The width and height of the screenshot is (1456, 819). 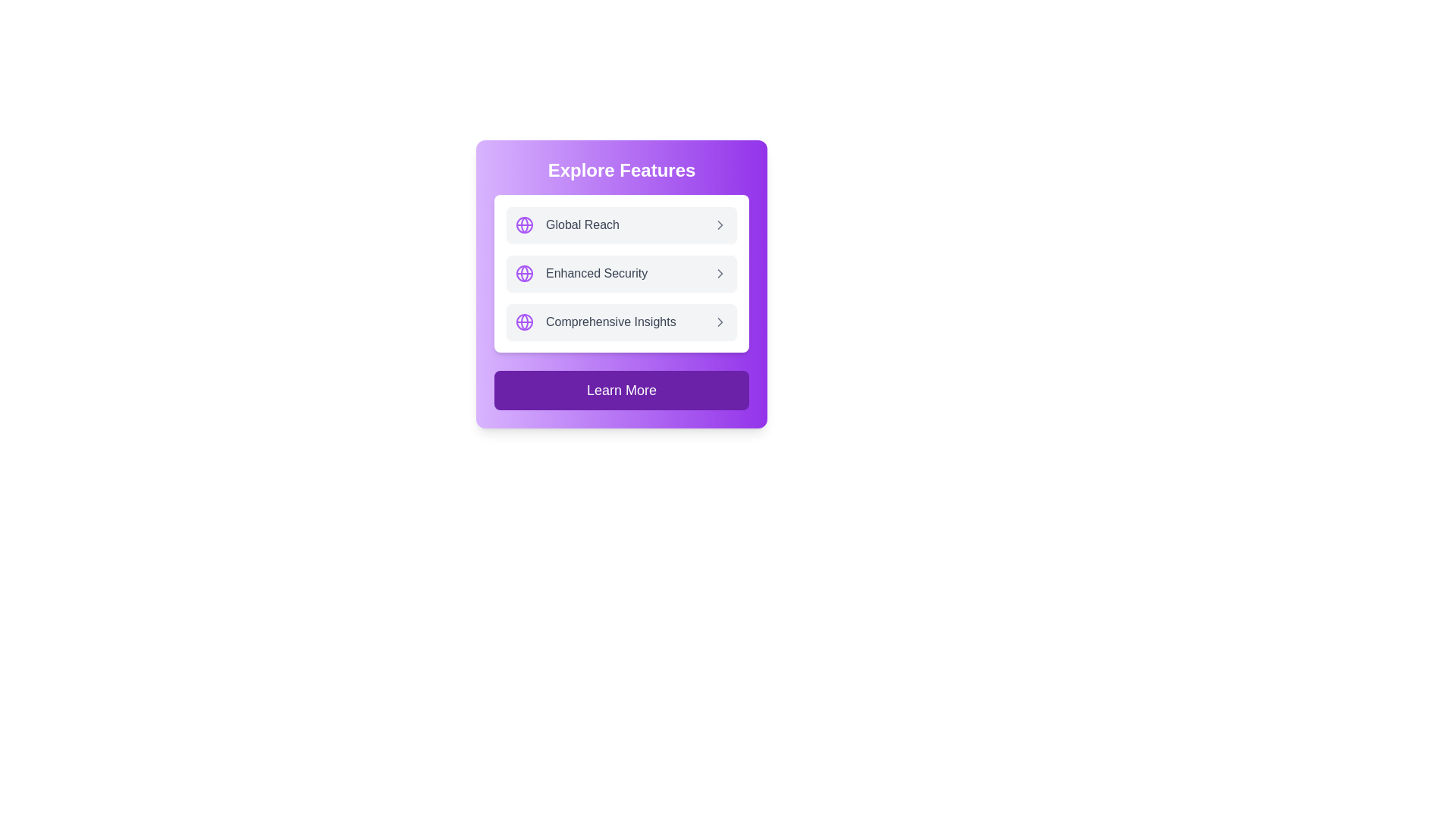 I want to click on the vector graphic element within the circular icon that represents a globe or circular motion, which is adjacent to the 'Global Reach' list item in the feature list panel, so click(x=524, y=225).